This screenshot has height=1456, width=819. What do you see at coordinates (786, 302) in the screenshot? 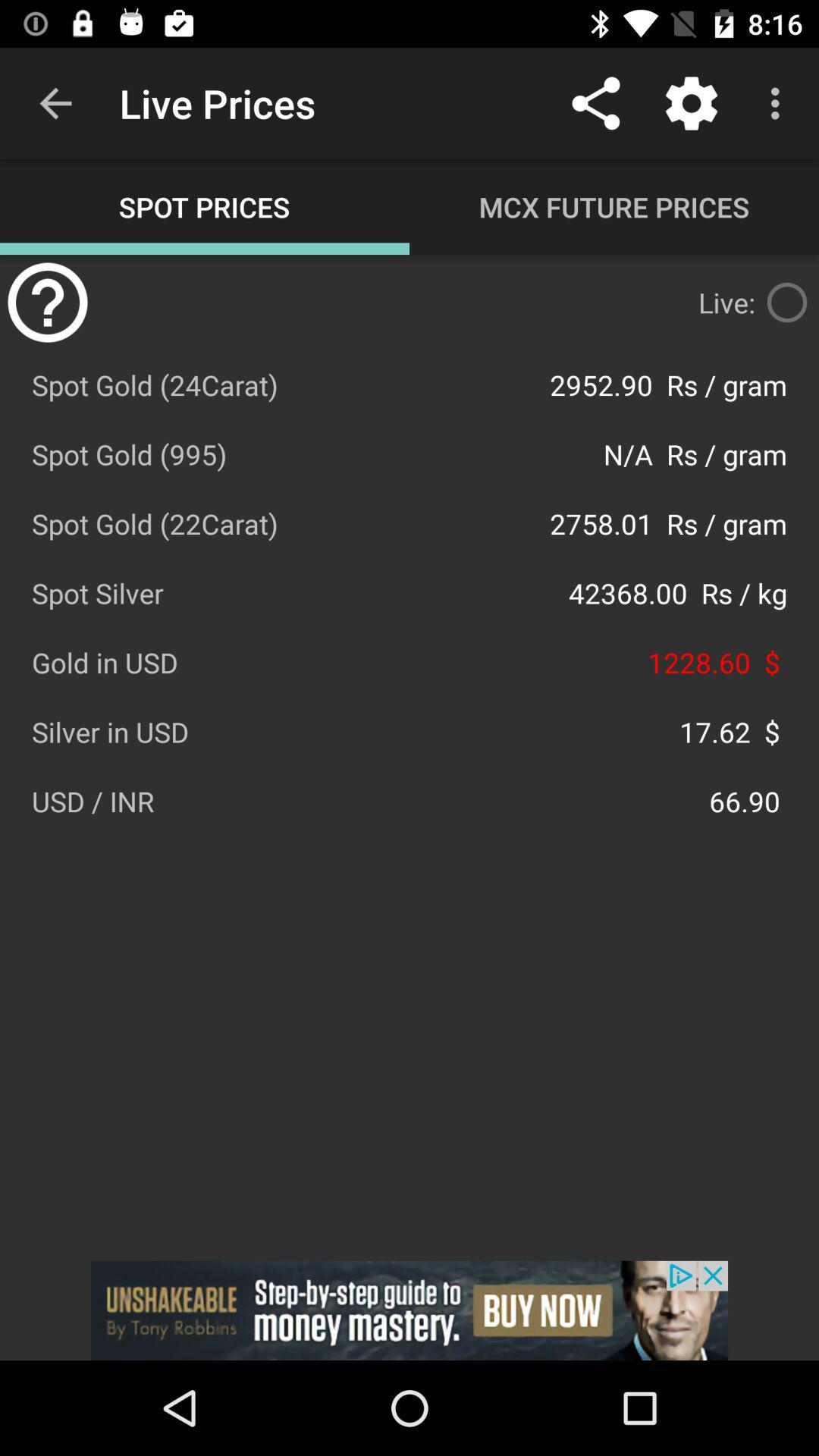
I see `type the message` at bounding box center [786, 302].